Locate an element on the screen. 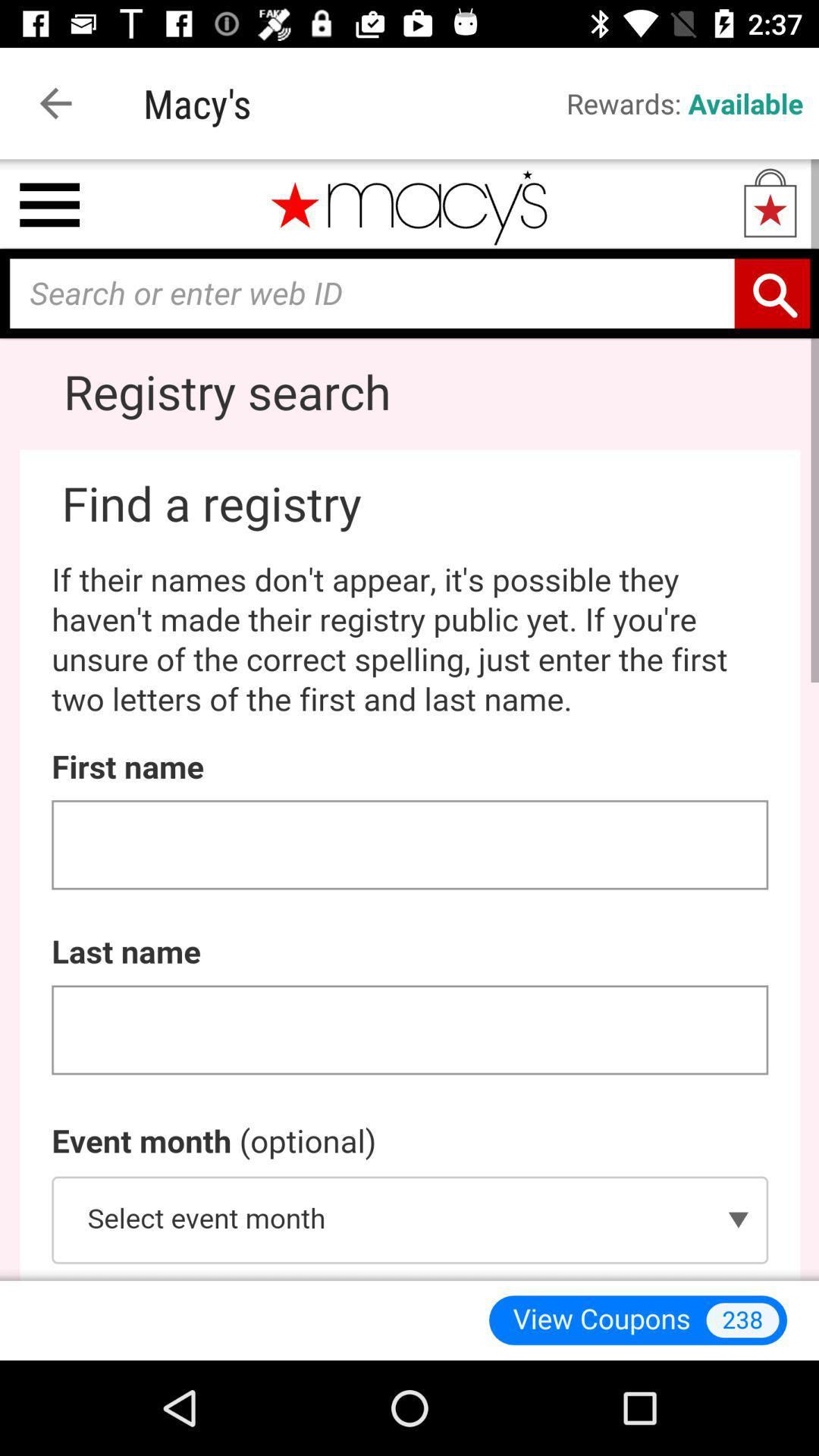  text the box is located at coordinates (409, 719).